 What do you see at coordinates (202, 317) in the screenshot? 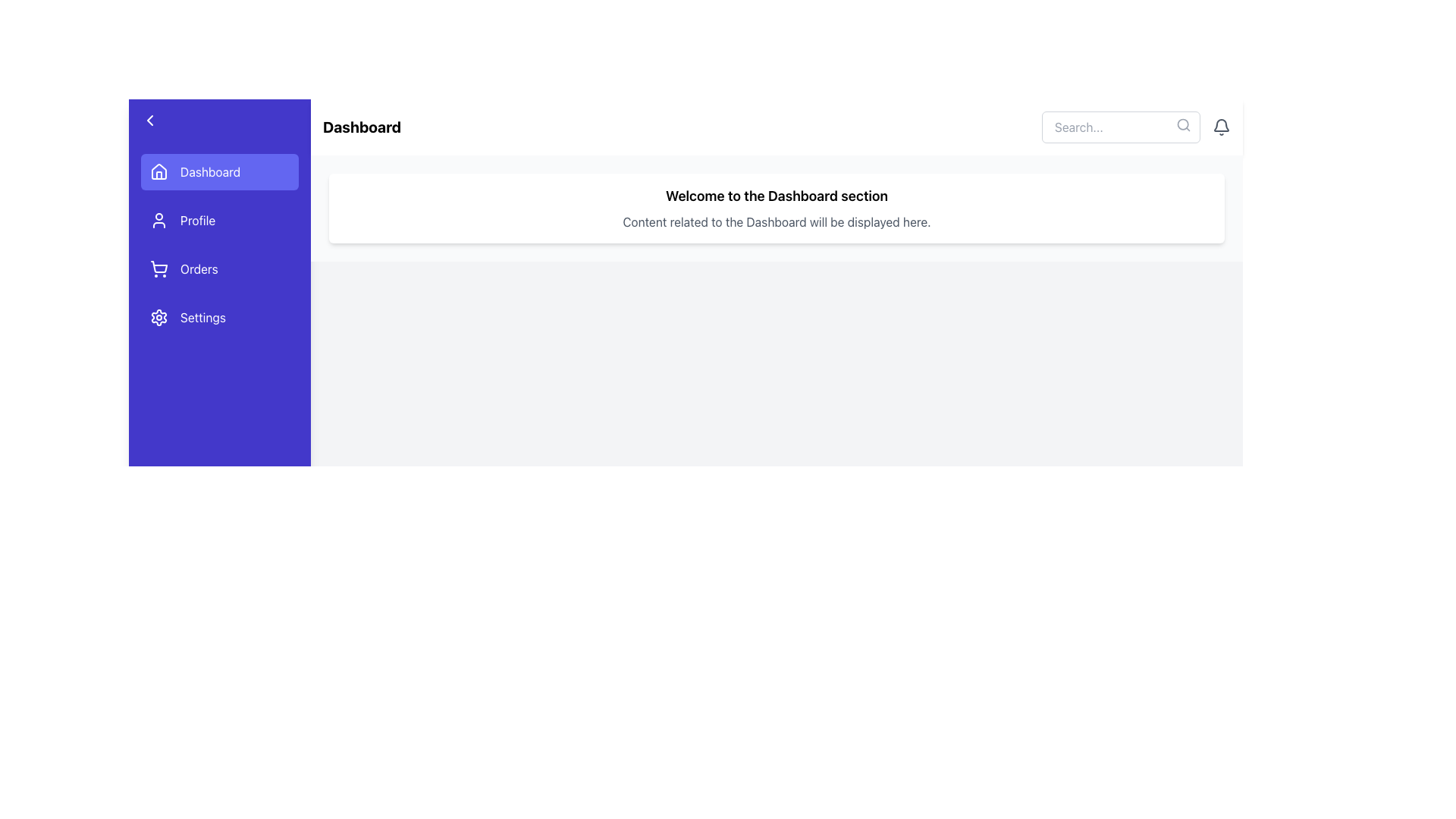
I see `the text label in the sidebar that indicates the settings menu, located immediately after the gear icon` at bounding box center [202, 317].